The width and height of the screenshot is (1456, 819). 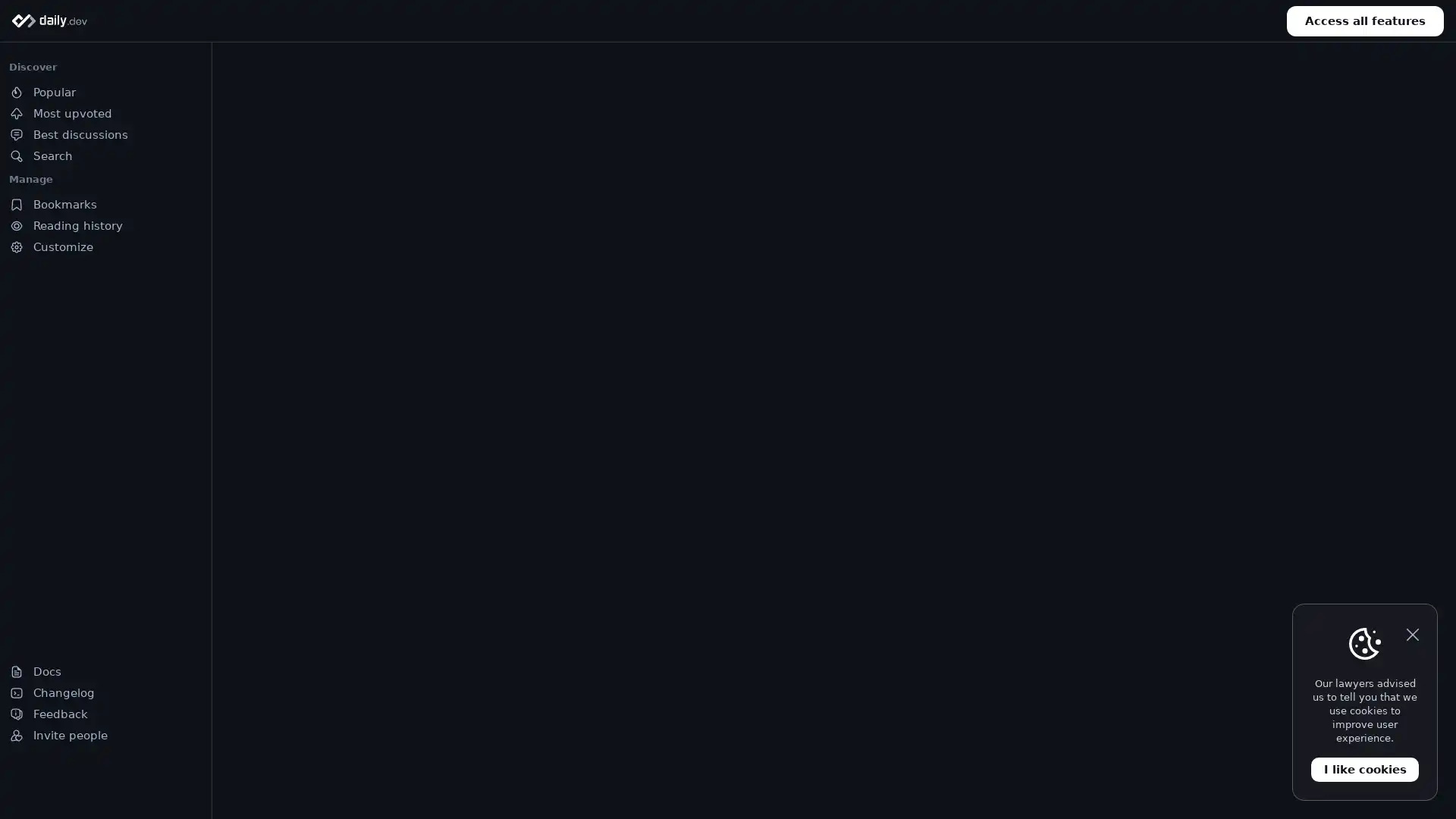 What do you see at coordinates (1407, 783) in the screenshot?
I see `scroll to top` at bounding box center [1407, 783].